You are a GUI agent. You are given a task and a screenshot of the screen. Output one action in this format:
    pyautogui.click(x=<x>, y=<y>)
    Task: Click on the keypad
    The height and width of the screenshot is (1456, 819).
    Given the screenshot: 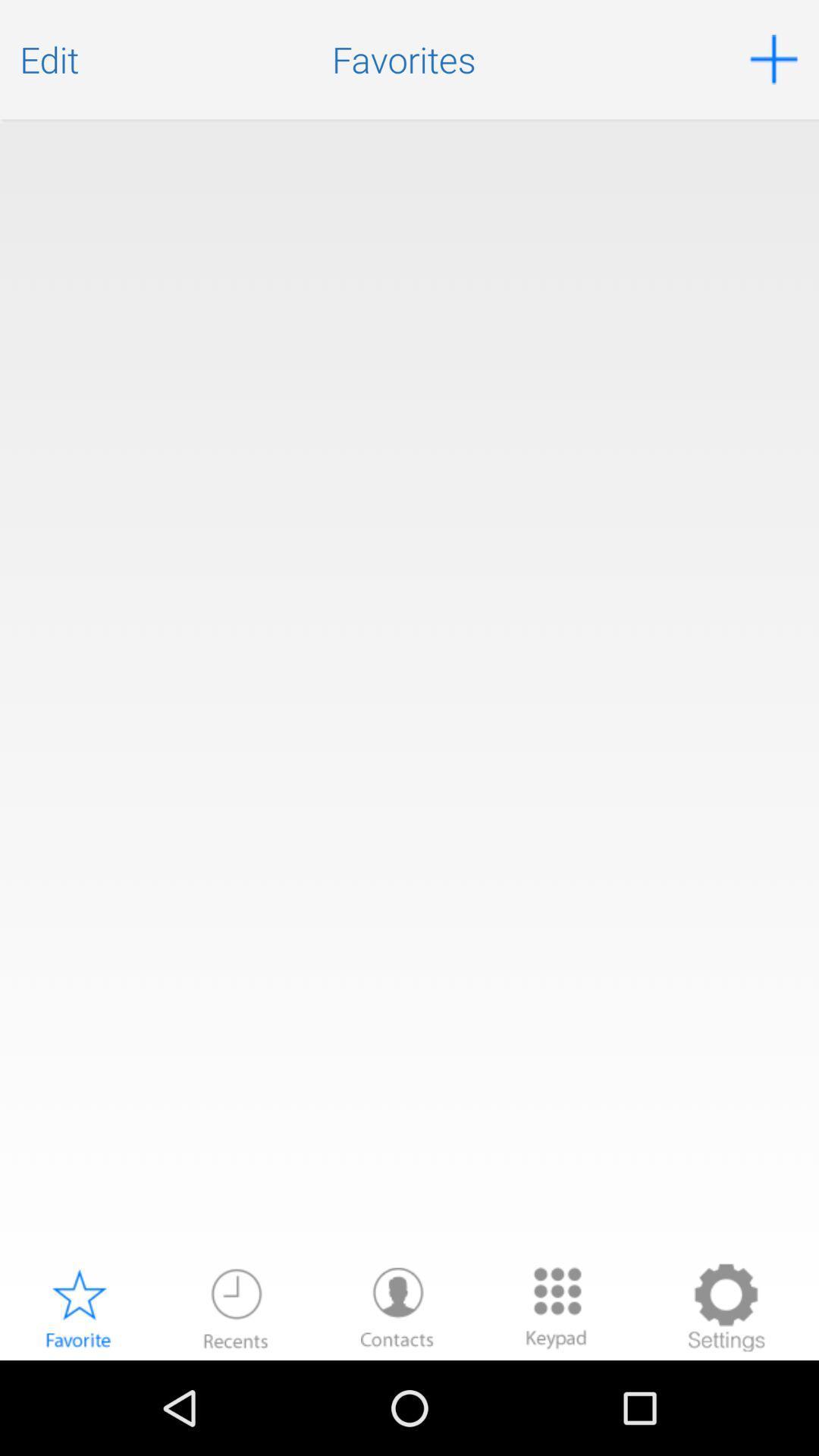 What is the action you would take?
    pyautogui.click(x=556, y=1307)
    